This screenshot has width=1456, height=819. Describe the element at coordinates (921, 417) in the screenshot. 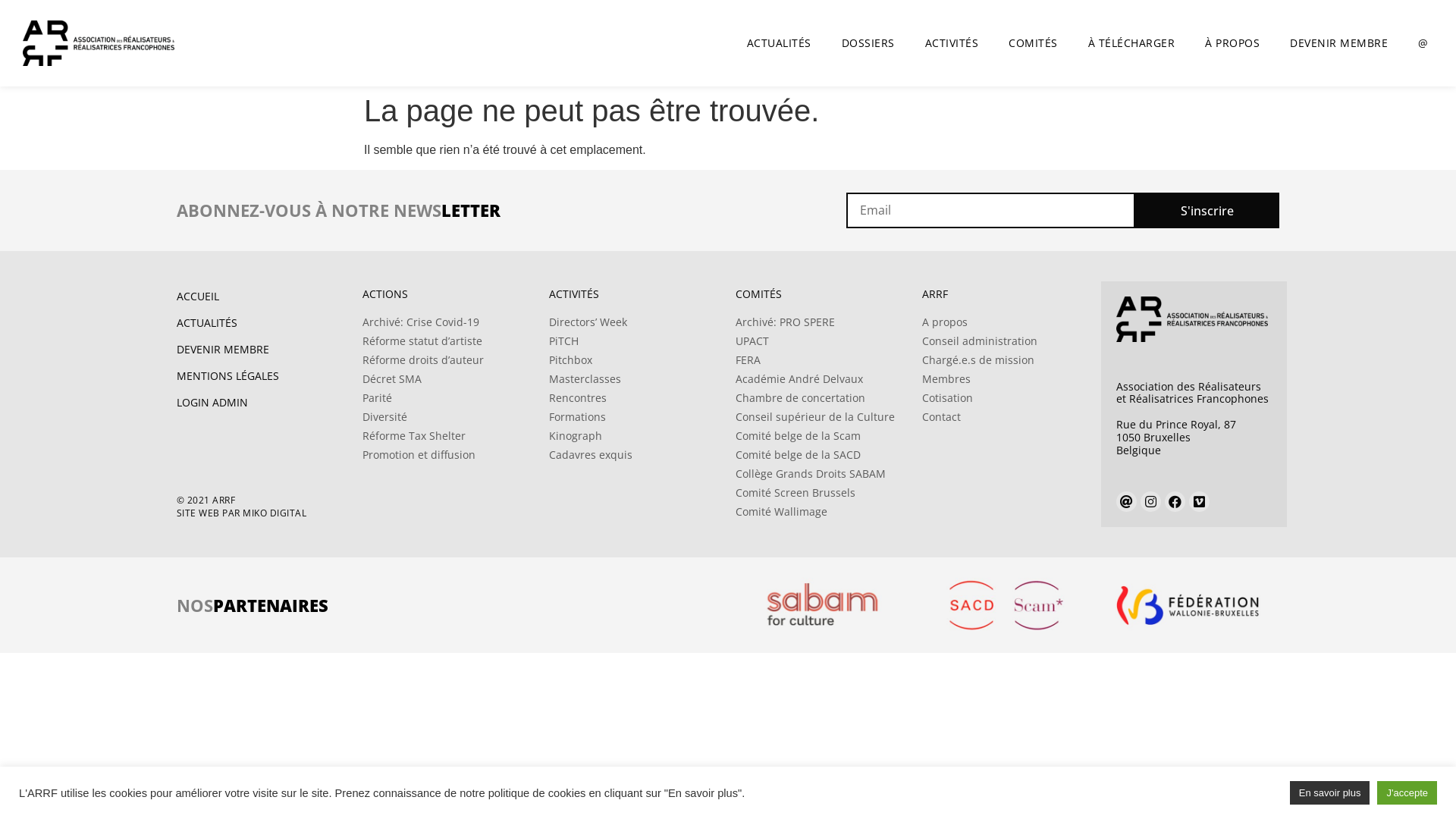

I see `'Contact'` at that location.